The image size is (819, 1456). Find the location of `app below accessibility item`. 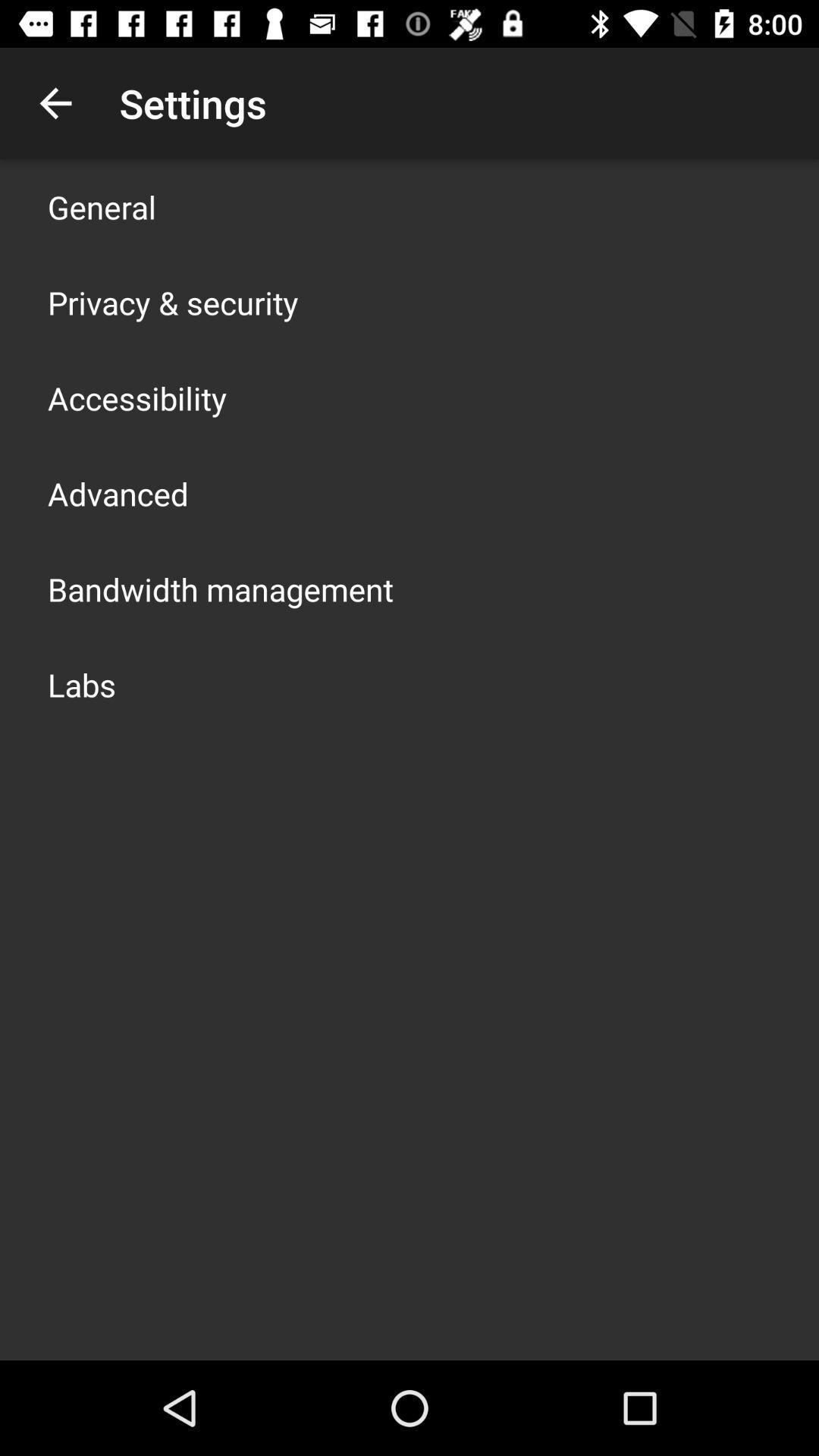

app below accessibility item is located at coordinates (117, 494).